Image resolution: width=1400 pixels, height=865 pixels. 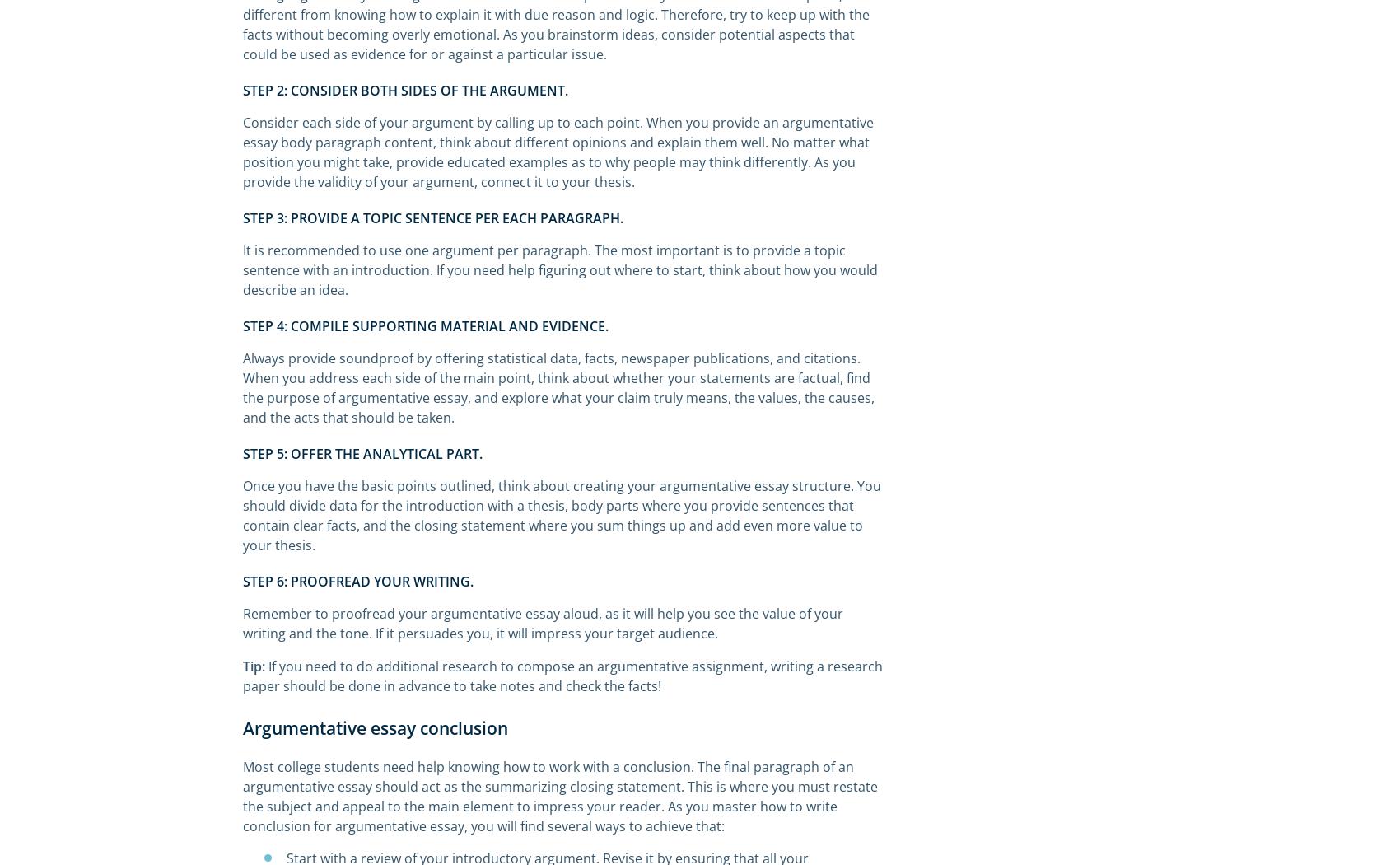 I want to click on 'Consider each side of your argument by calling up to each point. When you provide an argumentative essay body paragraph content, think about different opinions and explain them well. No matter what position you might take, provide educated examples as to why people may think differently. As you provide the validity of your argument, connect it to your thesis.', so click(x=558, y=152).